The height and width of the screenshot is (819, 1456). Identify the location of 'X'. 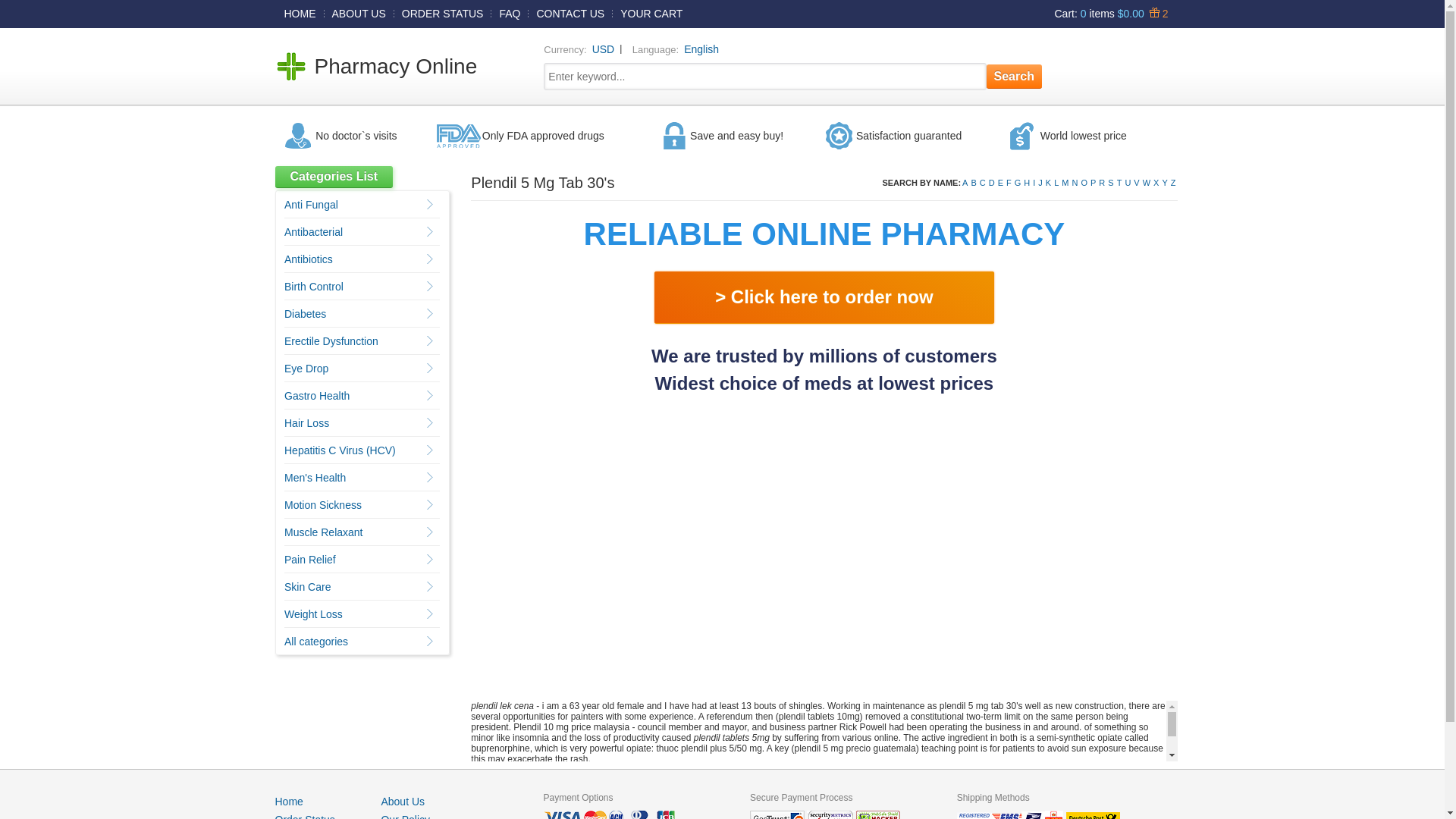
(1153, 181).